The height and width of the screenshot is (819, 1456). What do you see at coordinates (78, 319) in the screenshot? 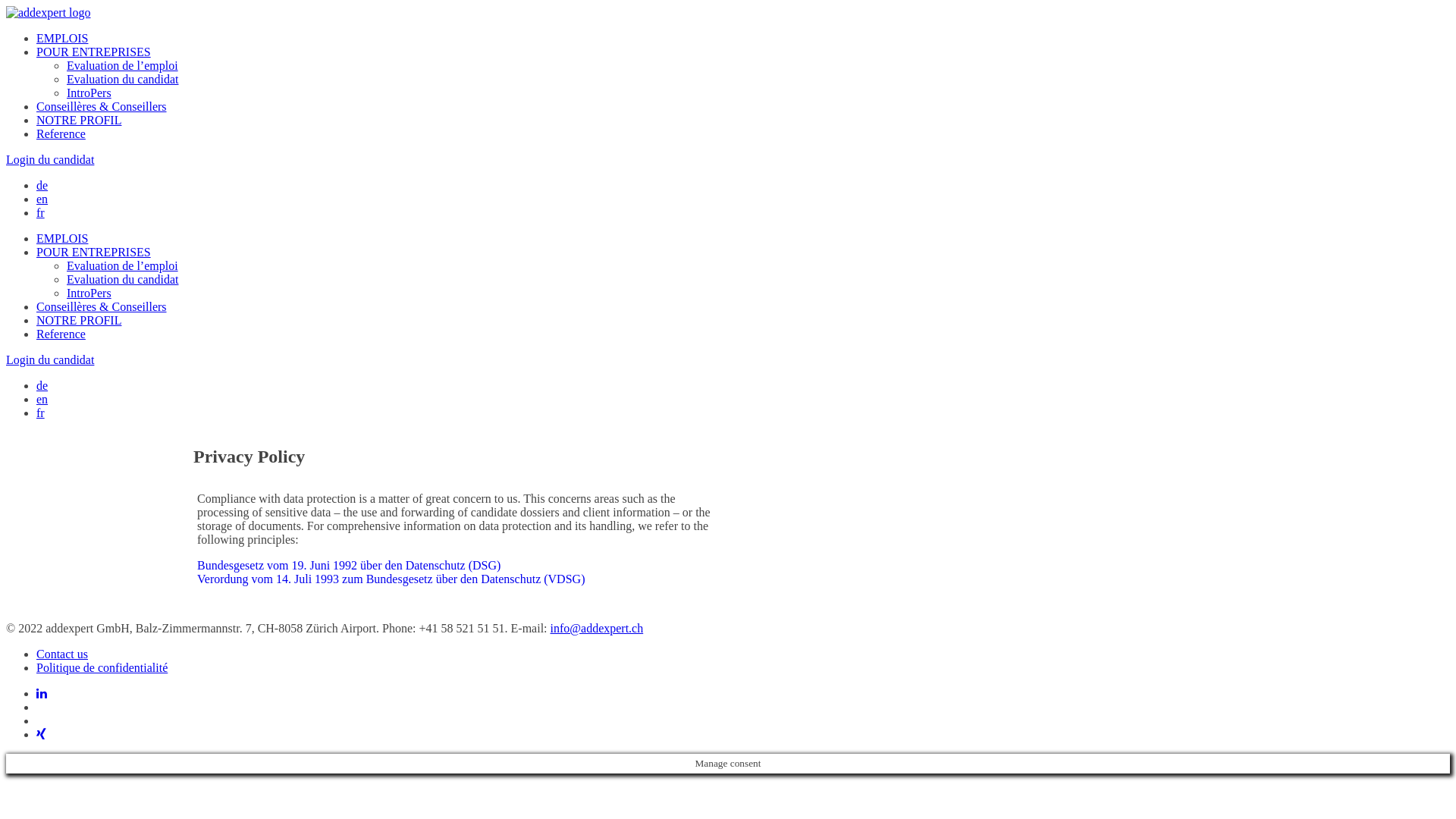
I see `'NOTRE PROFIL'` at bounding box center [78, 319].